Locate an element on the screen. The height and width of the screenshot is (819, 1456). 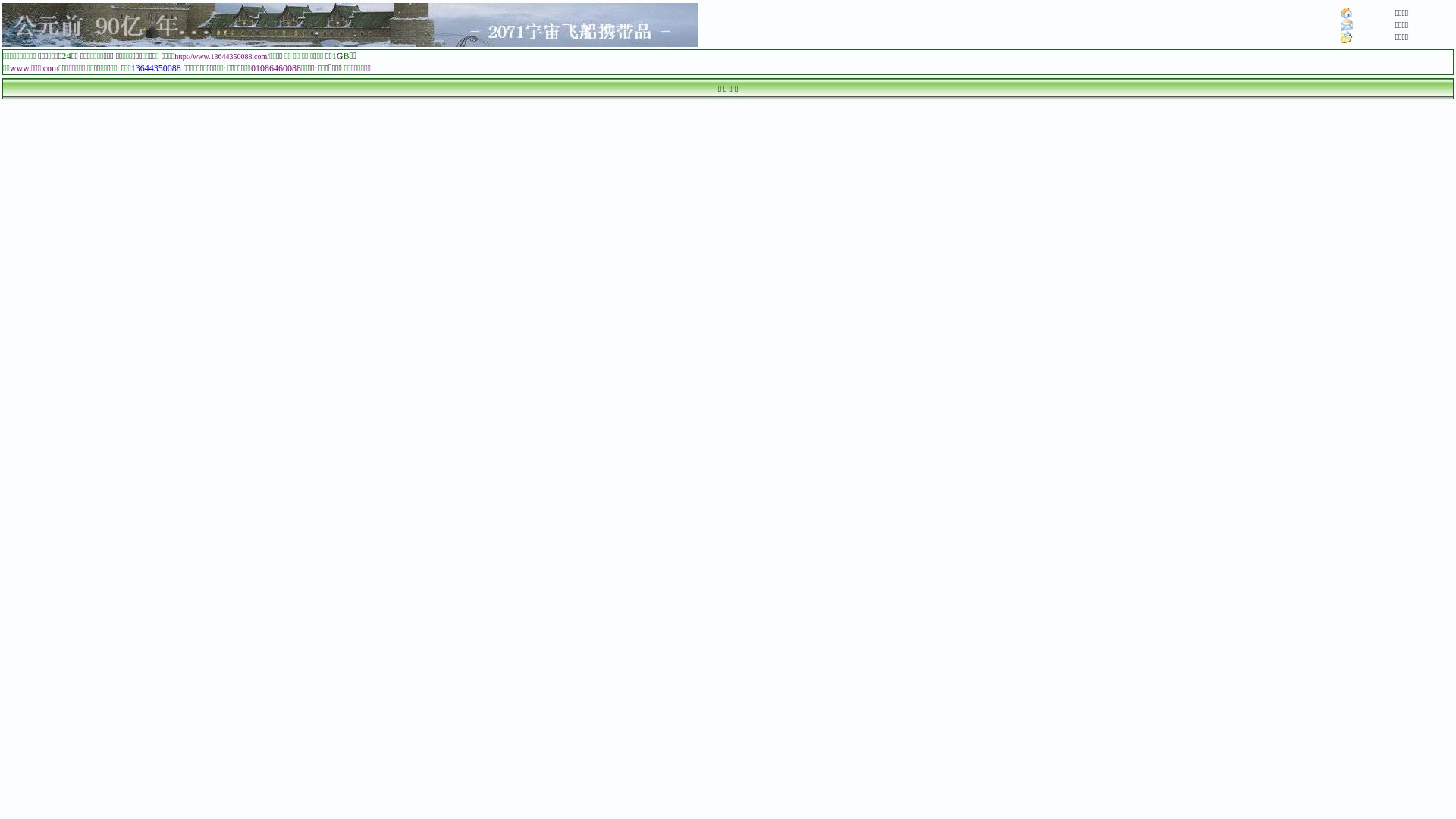
'G' is located at coordinates (339, 55).